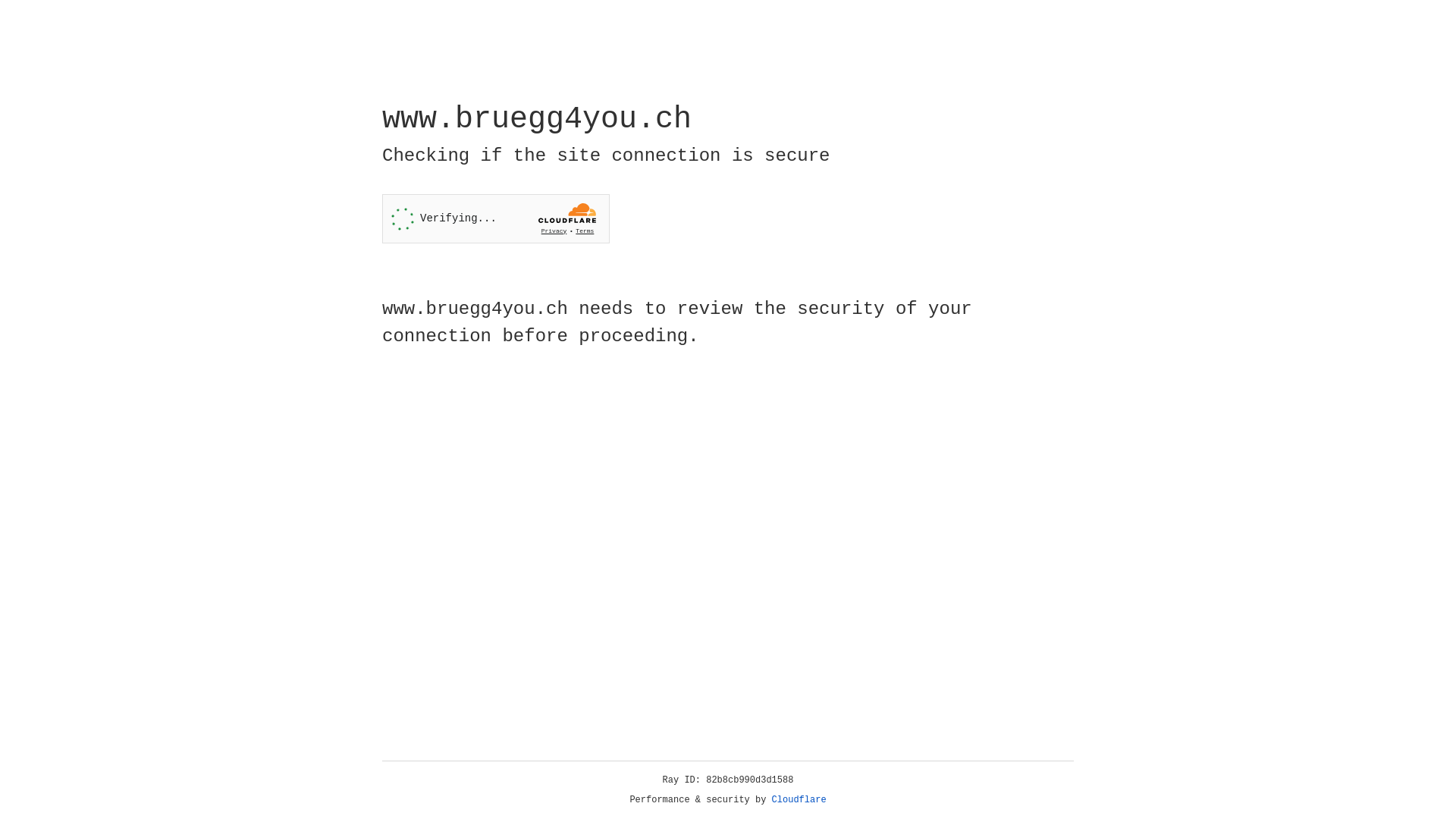 This screenshot has width=1456, height=819. I want to click on 'Widget containing a Cloudflare security challenge', so click(495, 218).